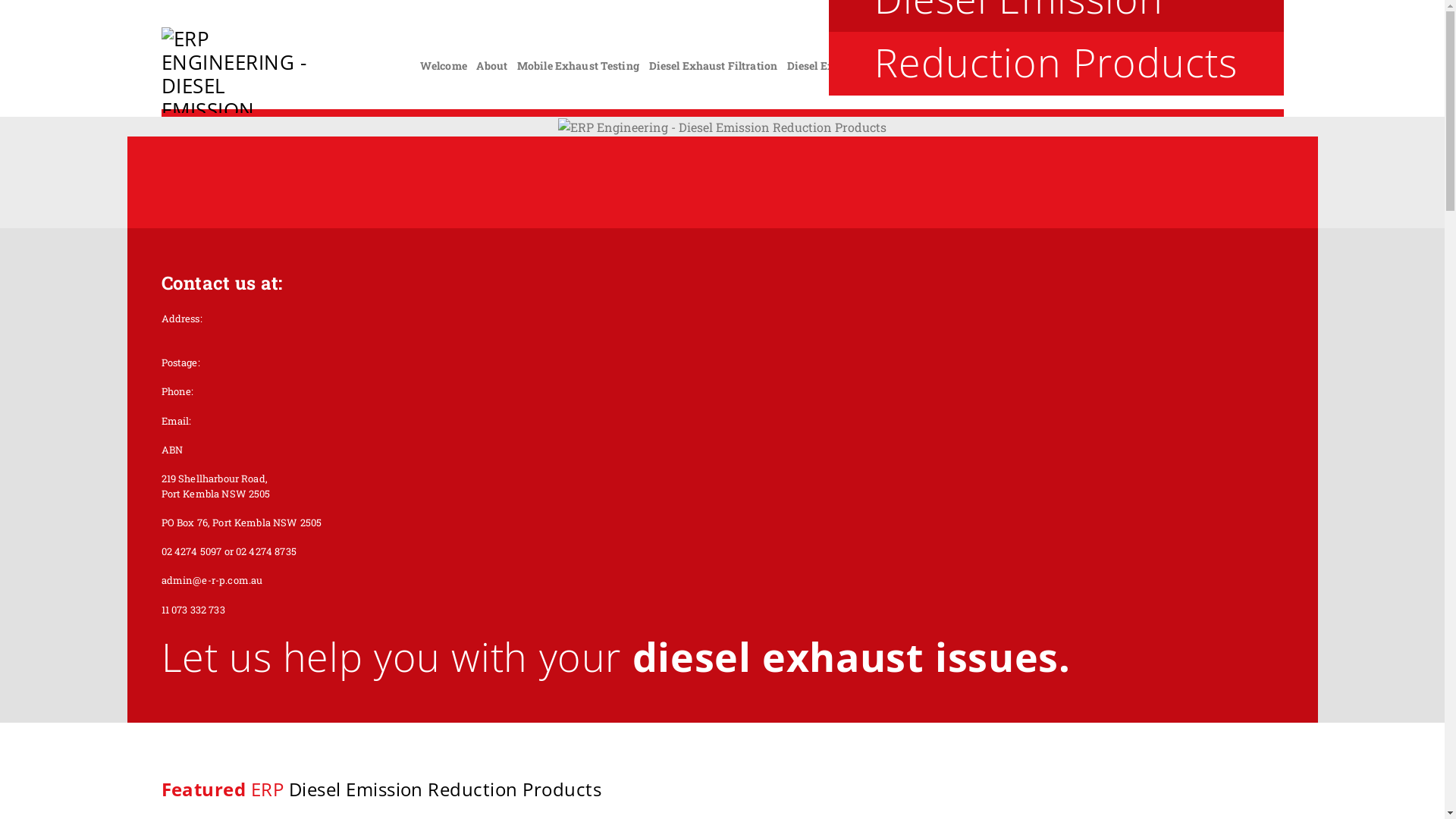  Describe the element at coordinates (856, 65) in the screenshot. I see `'Diesel Exhaust Monitoring'` at that location.